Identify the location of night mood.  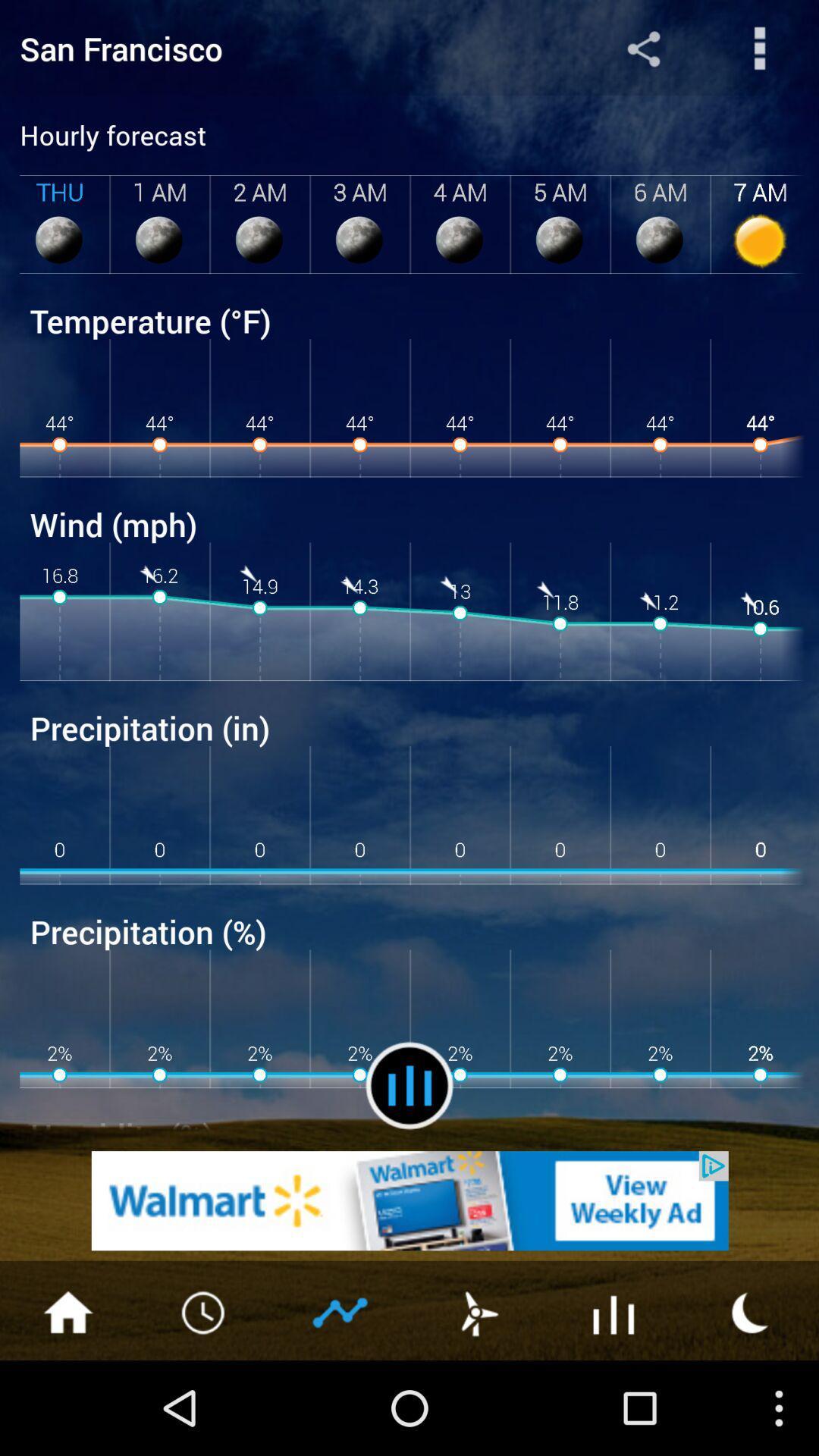
(751, 1310).